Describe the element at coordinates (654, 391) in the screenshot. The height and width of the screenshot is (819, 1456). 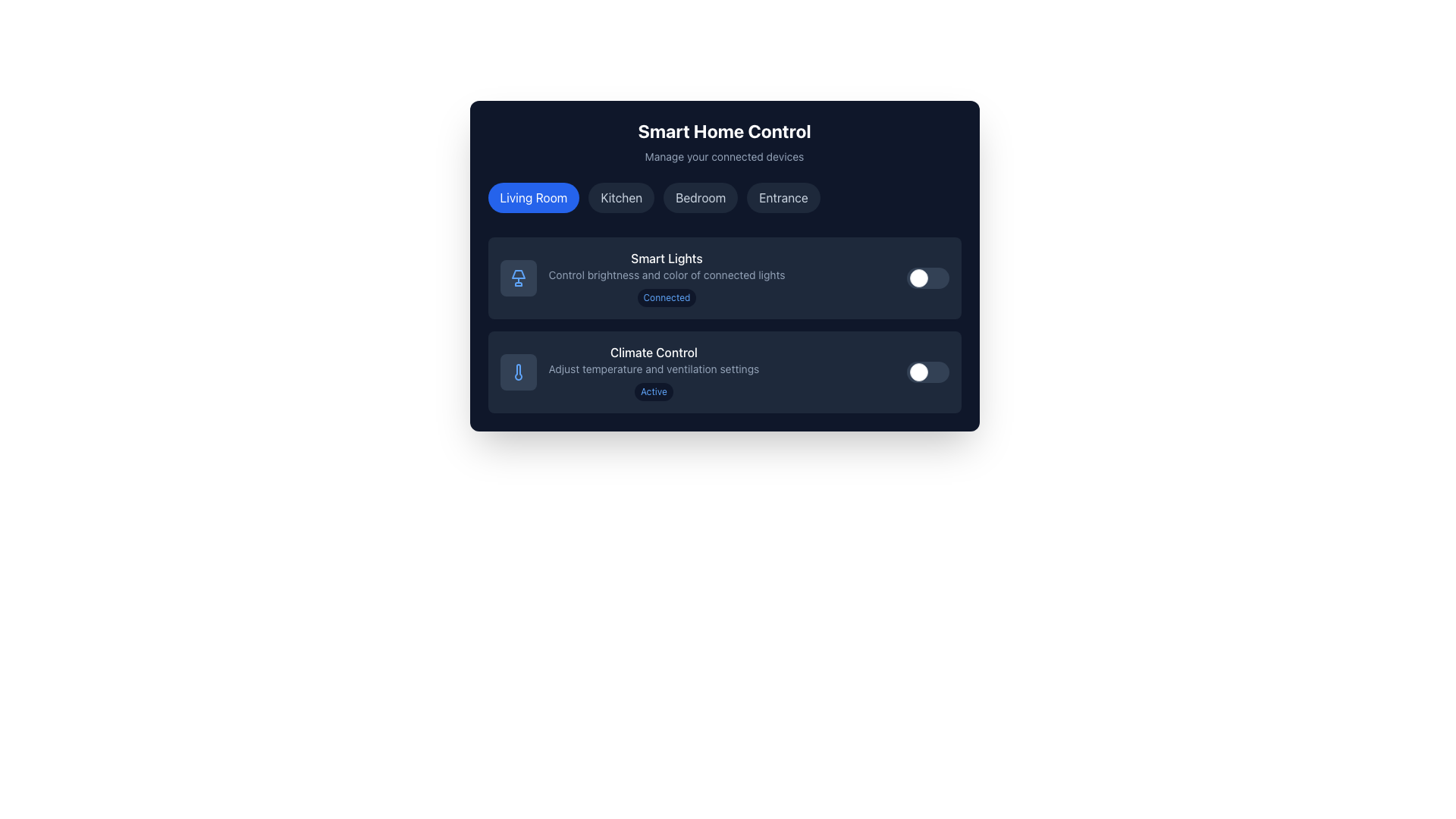
I see `the 'Active' label with a dark slate background and blue text located in the 'Climate Control' section, directly below the subtitle 'Adjust temperature and ventilation settings'` at that location.